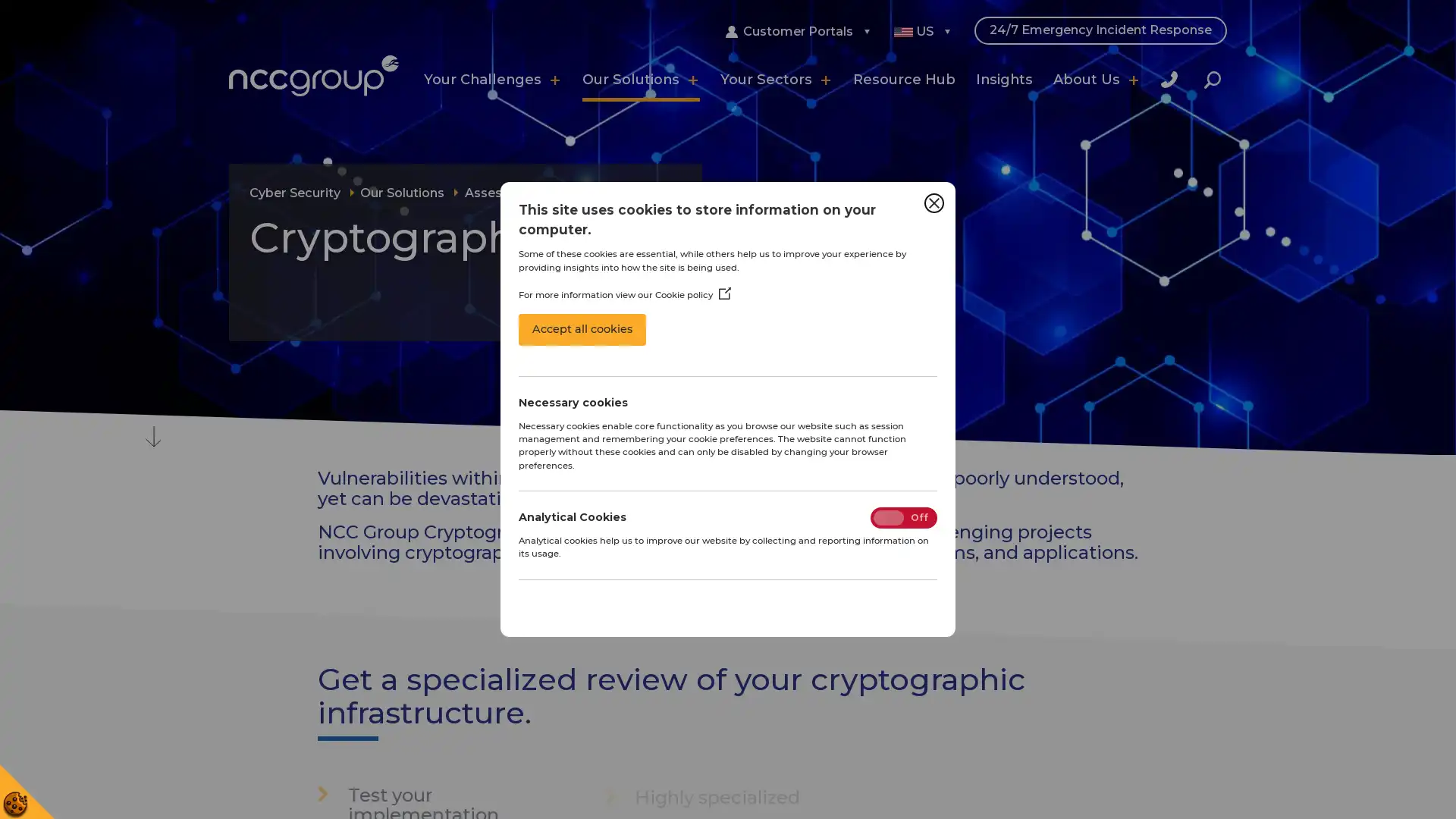  I want to click on Search, so click(1167, 189).